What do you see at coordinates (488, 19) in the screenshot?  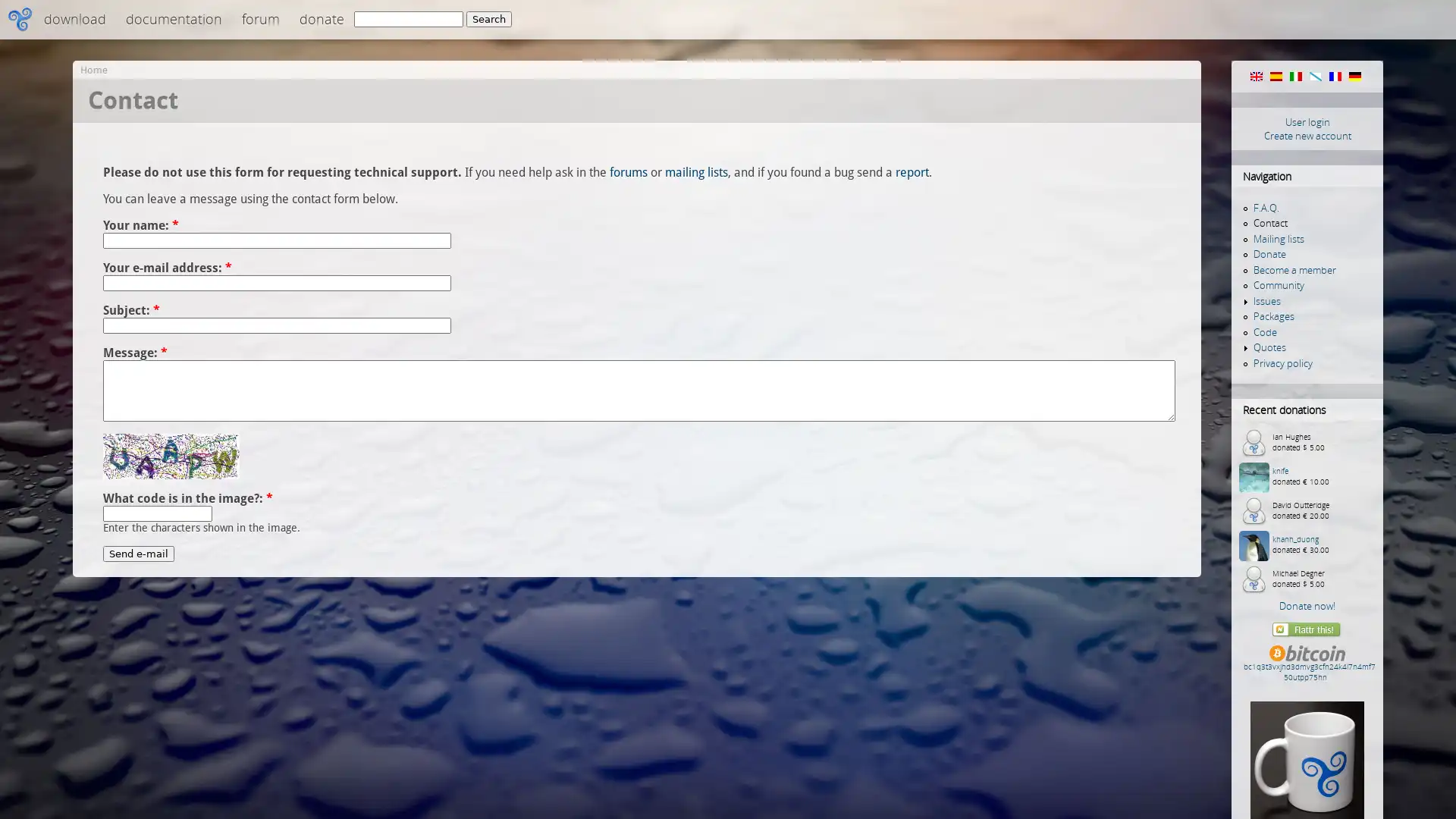 I see `Search` at bounding box center [488, 19].